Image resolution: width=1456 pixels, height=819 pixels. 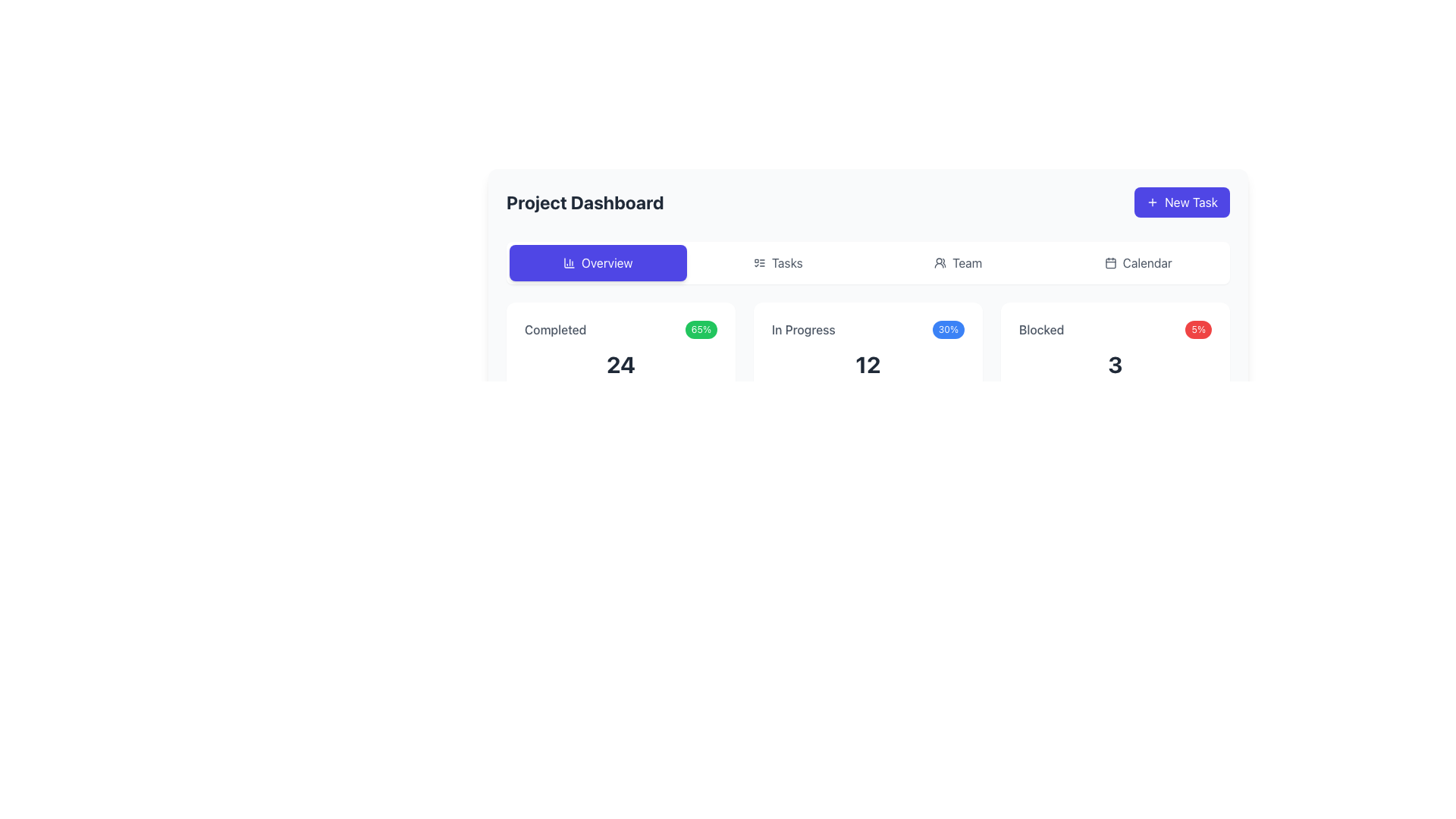 I want to click on the red badge displaying '5%' in white, which is located at the top-right corner of the 'Blocked' section, so click(x=1197, y=329).